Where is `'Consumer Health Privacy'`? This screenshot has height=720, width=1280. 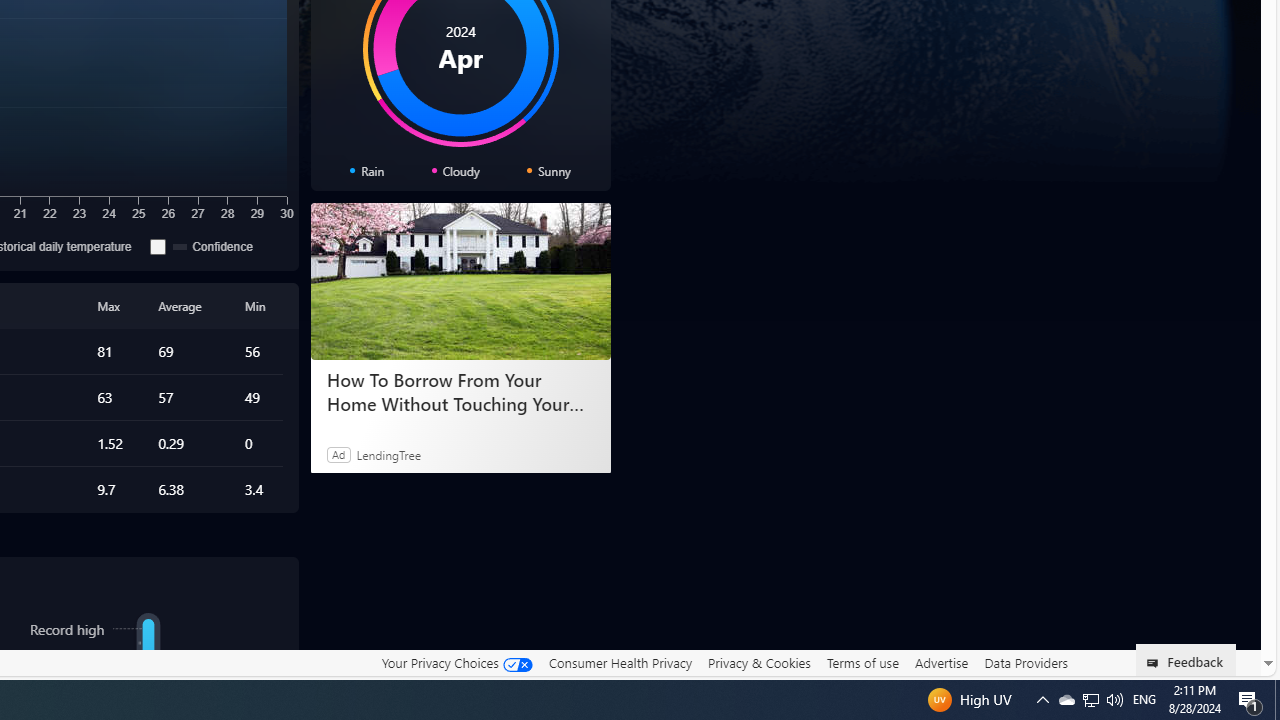
'Consumer Health Privacy' is located at coordinates (619, 663).